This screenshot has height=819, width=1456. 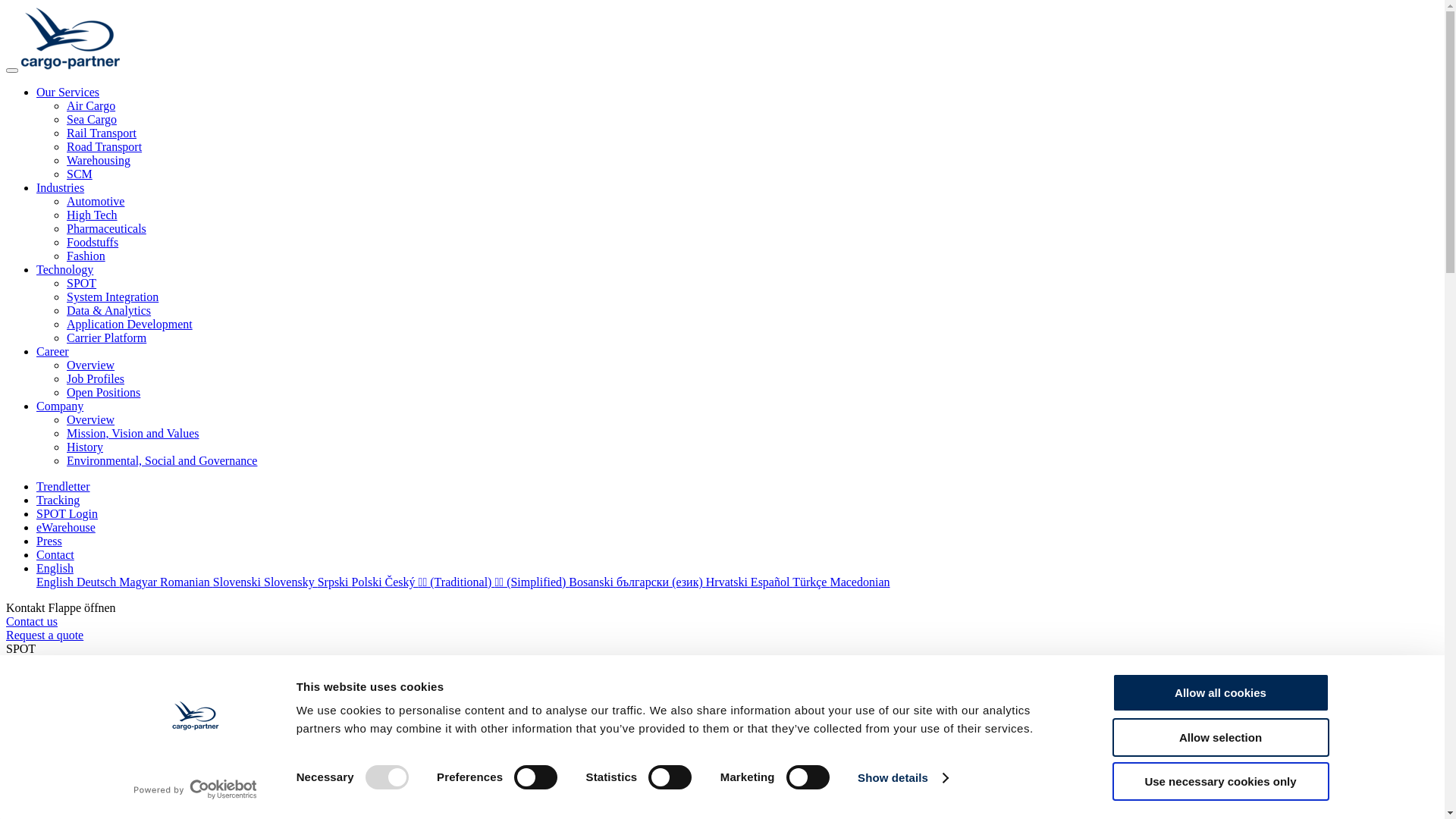 I want to click on 'Romanian', so click(x=185, y=581).